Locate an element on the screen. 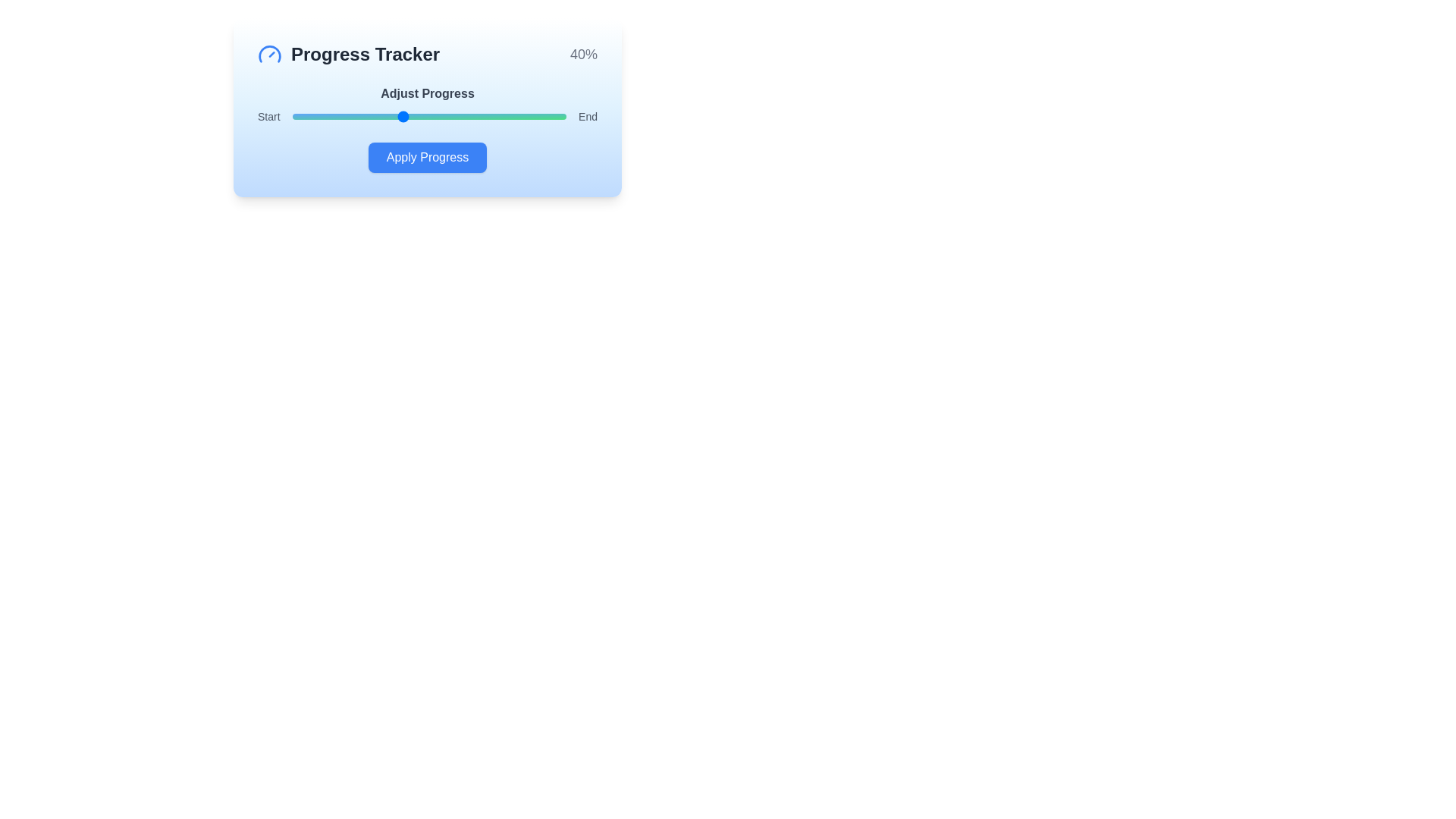 The width and height of the screenshot is (1456, 819). the progress slider to 55% is located at coordinates (442, 116).